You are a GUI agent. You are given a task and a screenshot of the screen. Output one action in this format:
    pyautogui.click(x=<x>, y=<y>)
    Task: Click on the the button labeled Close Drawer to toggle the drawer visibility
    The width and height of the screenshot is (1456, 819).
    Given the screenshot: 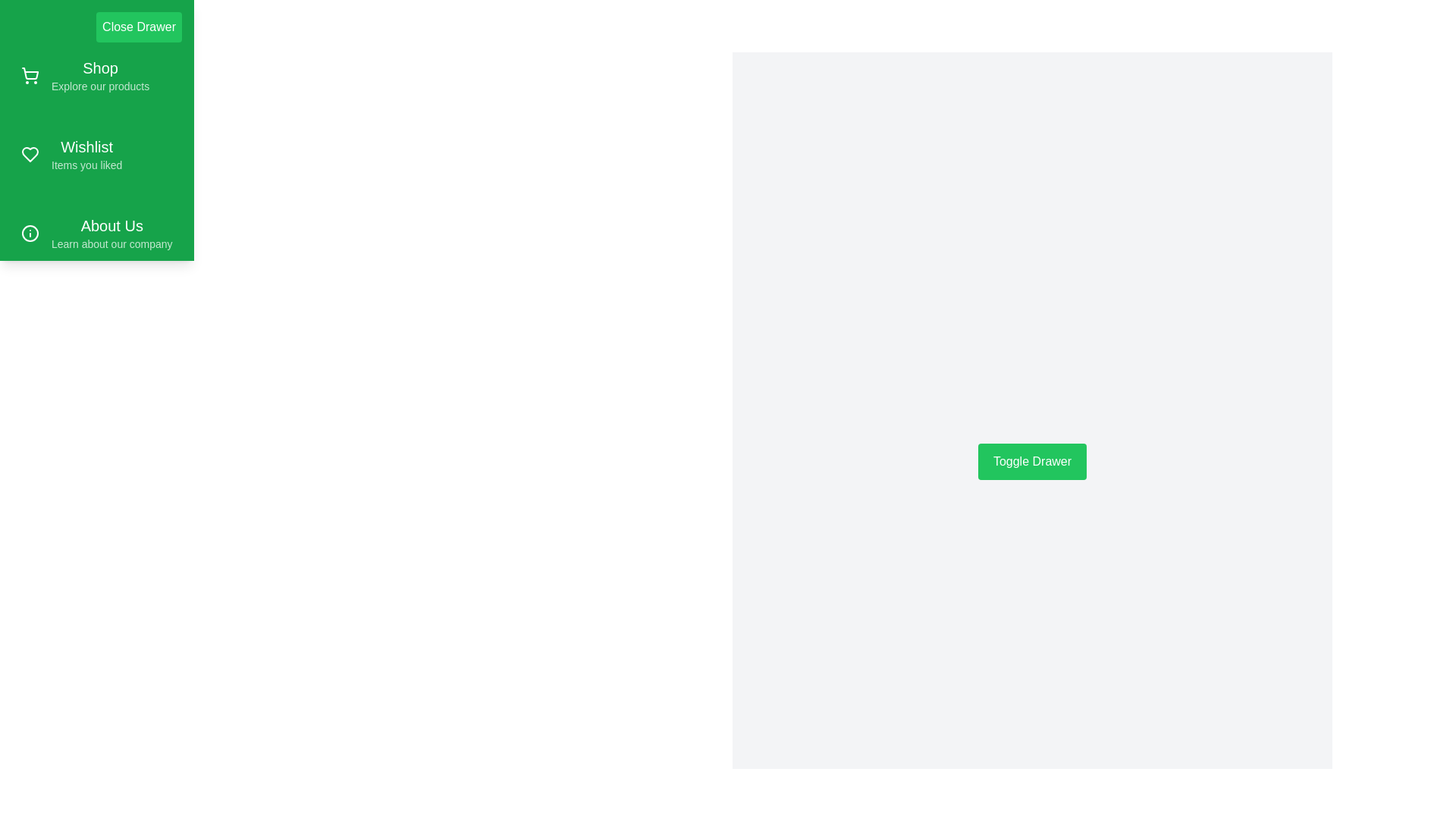 What is the action you would take?
    pyautogui.click(x=139, y=27)
    